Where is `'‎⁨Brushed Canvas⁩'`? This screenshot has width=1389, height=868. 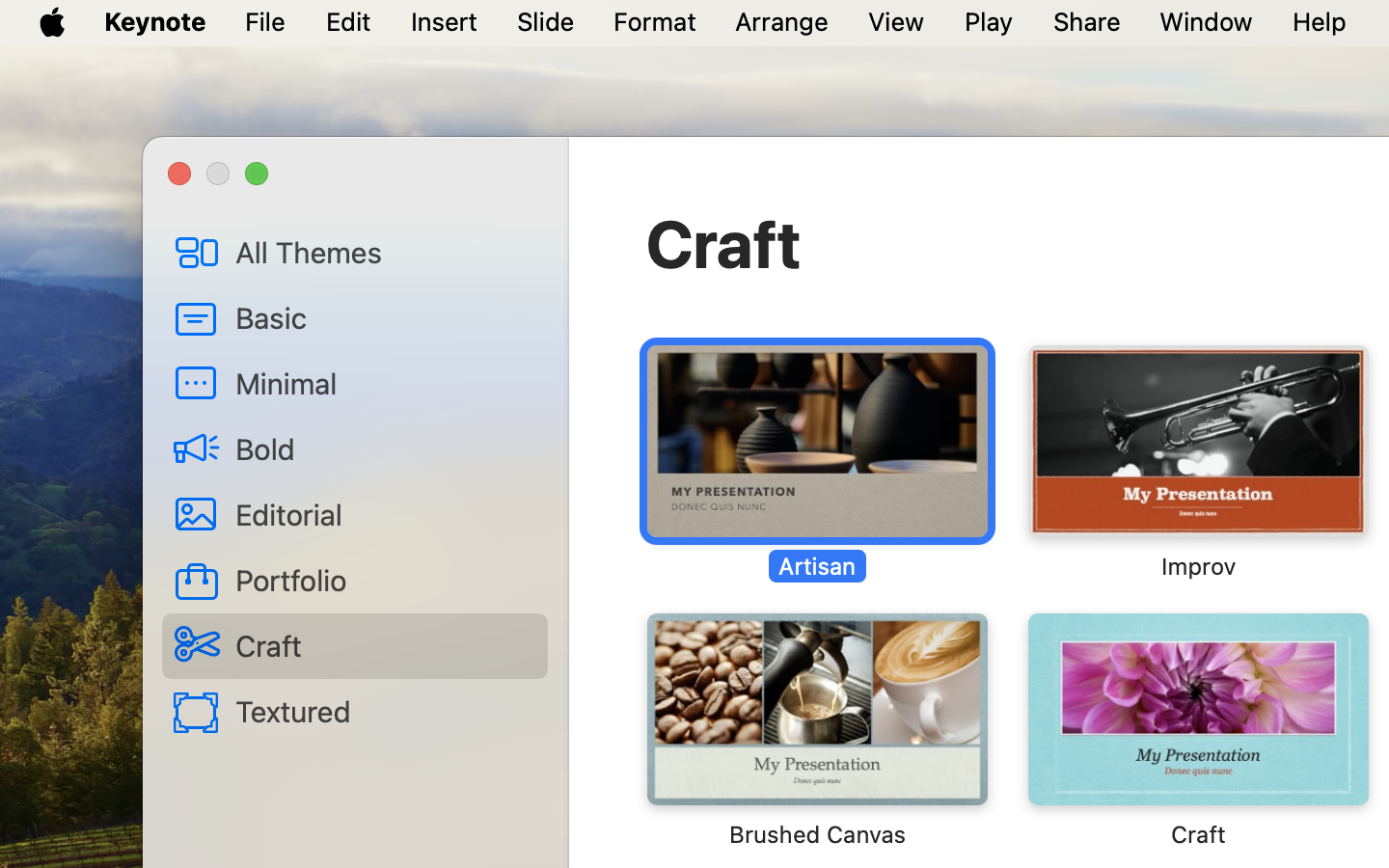 '‎⁨Brushed Canvas⁩' is located at coordinates (816, 729).